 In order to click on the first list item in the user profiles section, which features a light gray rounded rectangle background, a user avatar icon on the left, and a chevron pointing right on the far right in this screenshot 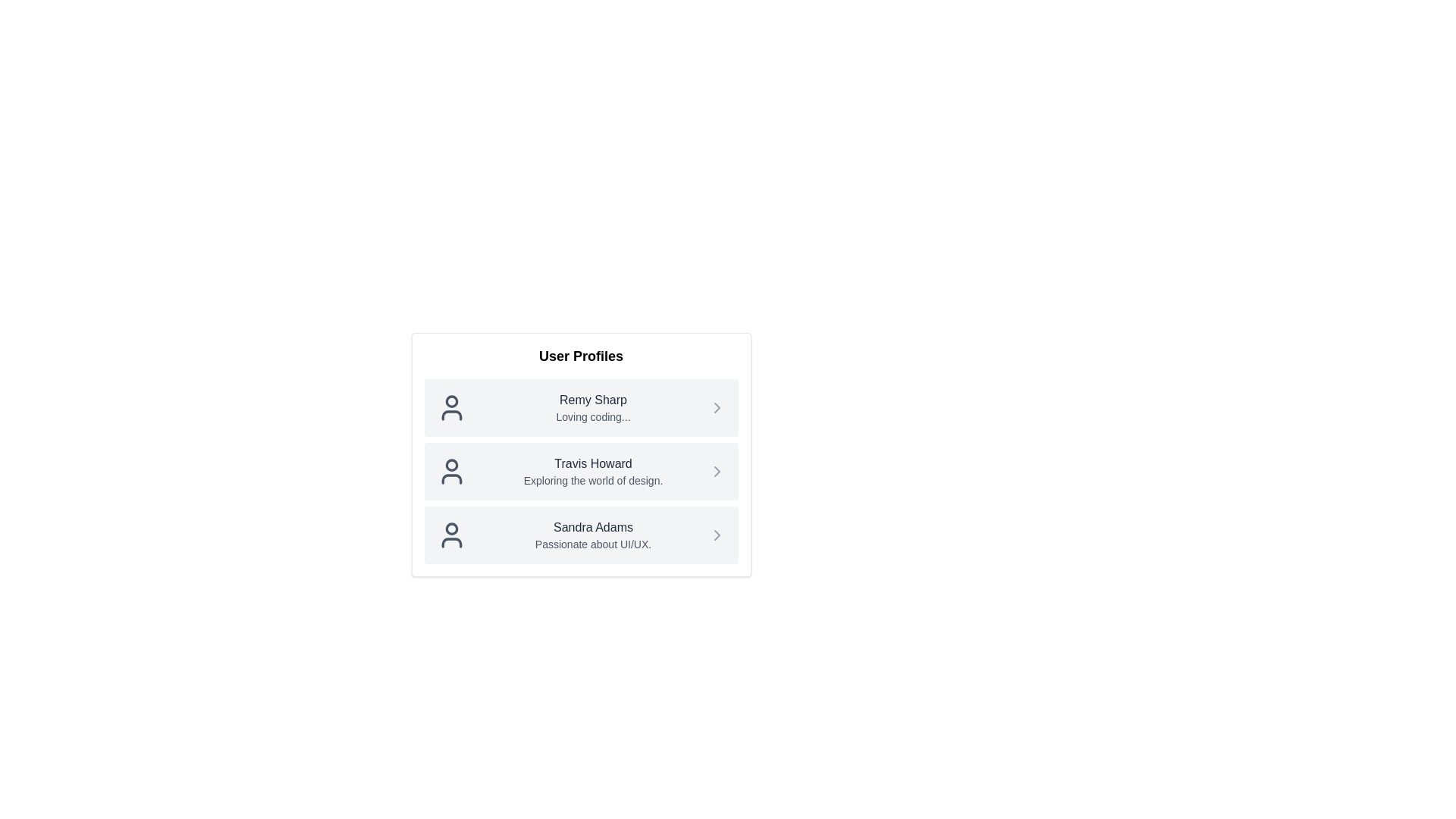, I will do `click(580, 406)`.